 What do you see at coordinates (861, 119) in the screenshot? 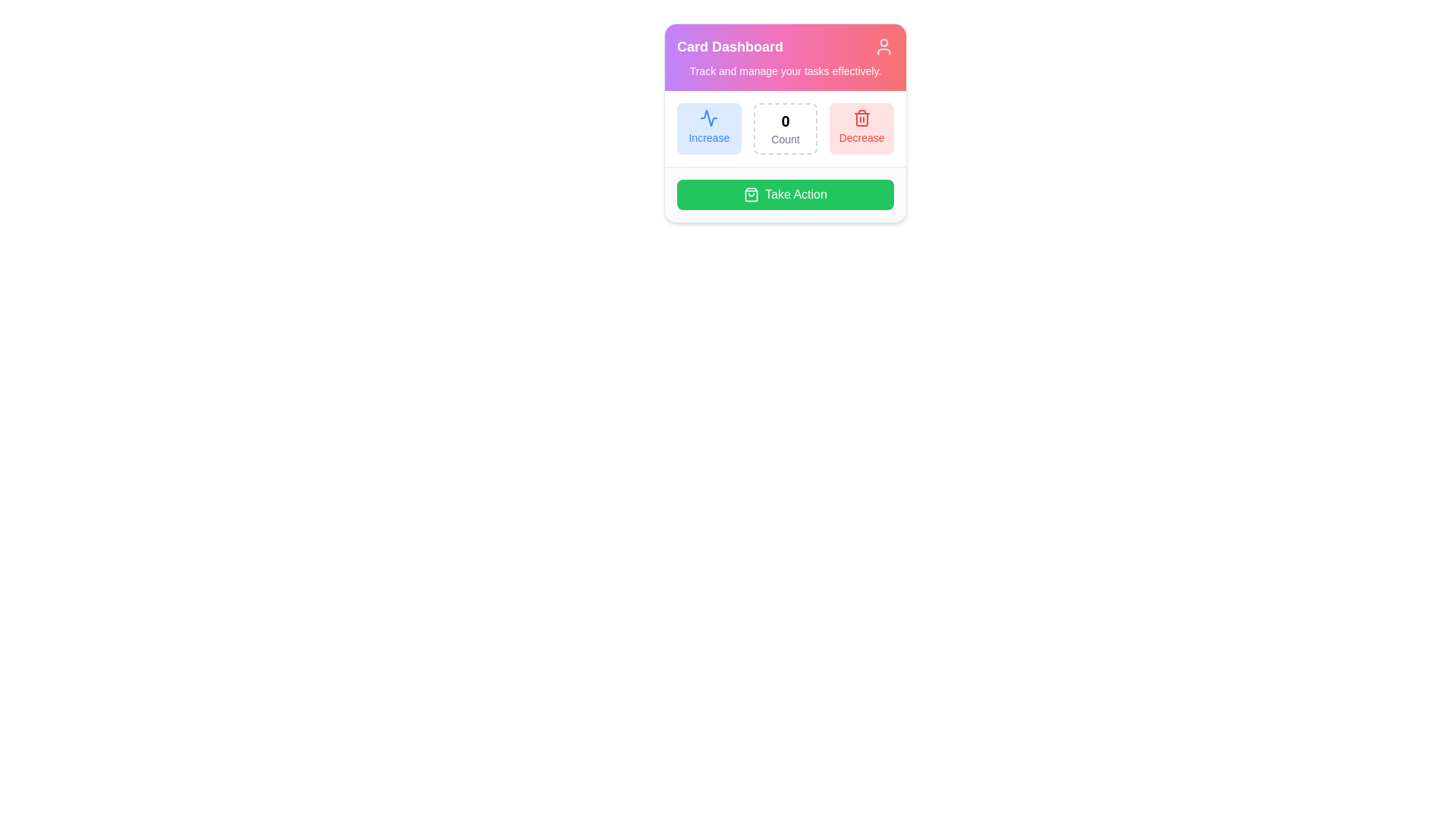
I see `the delete icon located in the top right corner of the card layout, which represents a removal or delete action` at bounding box center [861, 119].